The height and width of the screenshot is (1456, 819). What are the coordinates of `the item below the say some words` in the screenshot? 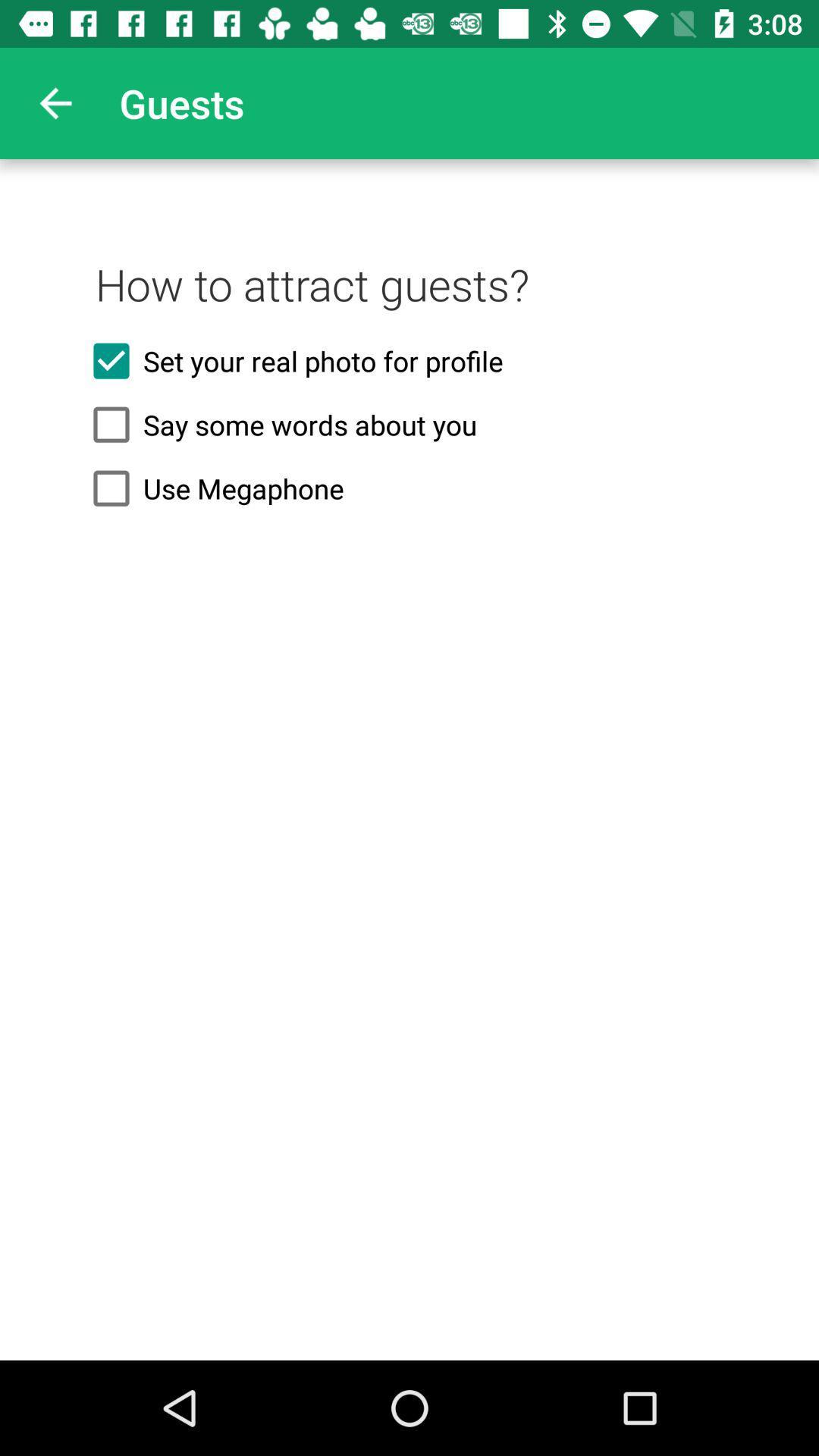 It's located at (409, 488).